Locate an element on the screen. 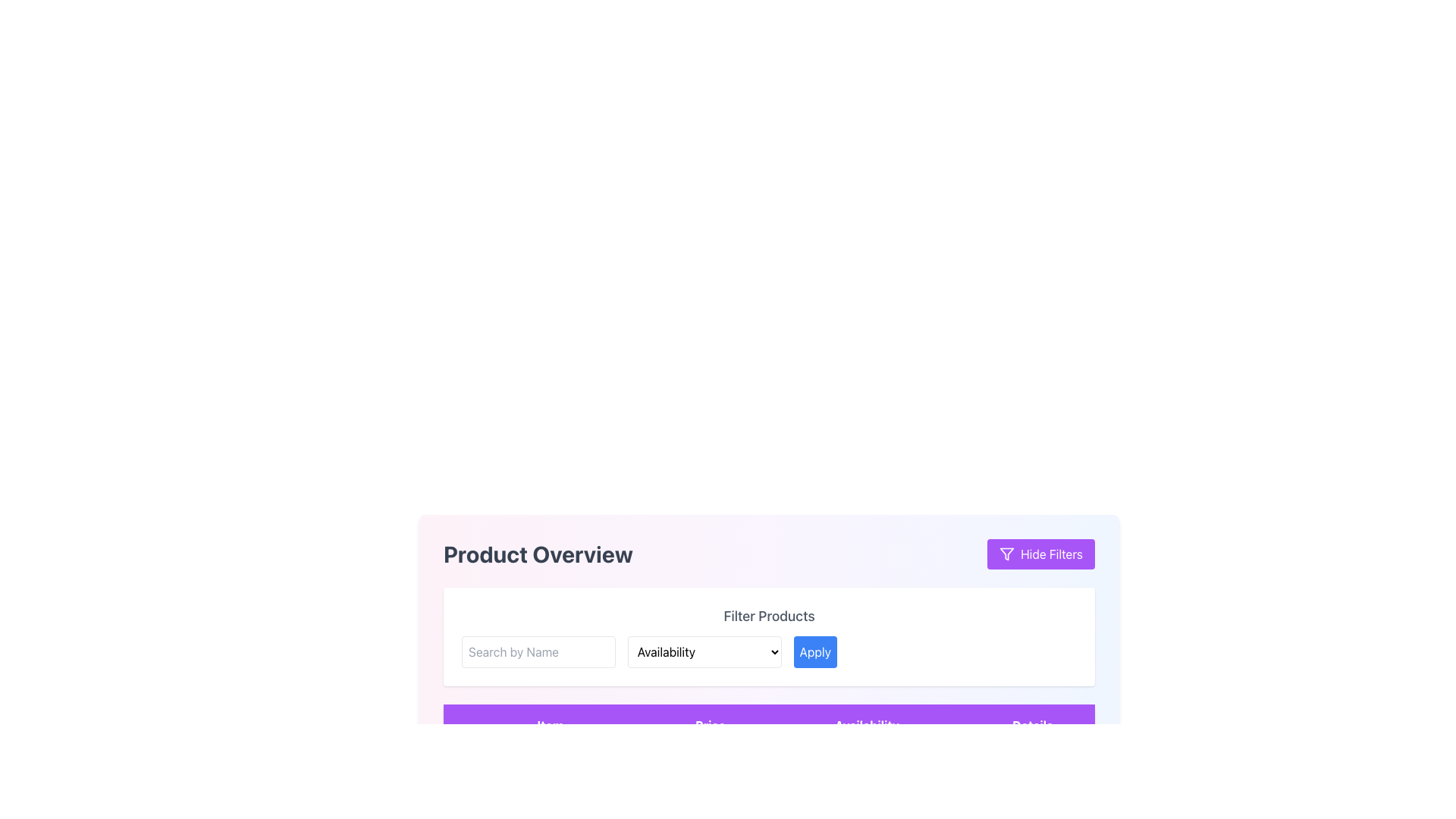 This screenshot has height=819, width=1456. the text label positioned at the far right of the row, which indicates a section or header related to additional details is located at coordinates (1032, 724).